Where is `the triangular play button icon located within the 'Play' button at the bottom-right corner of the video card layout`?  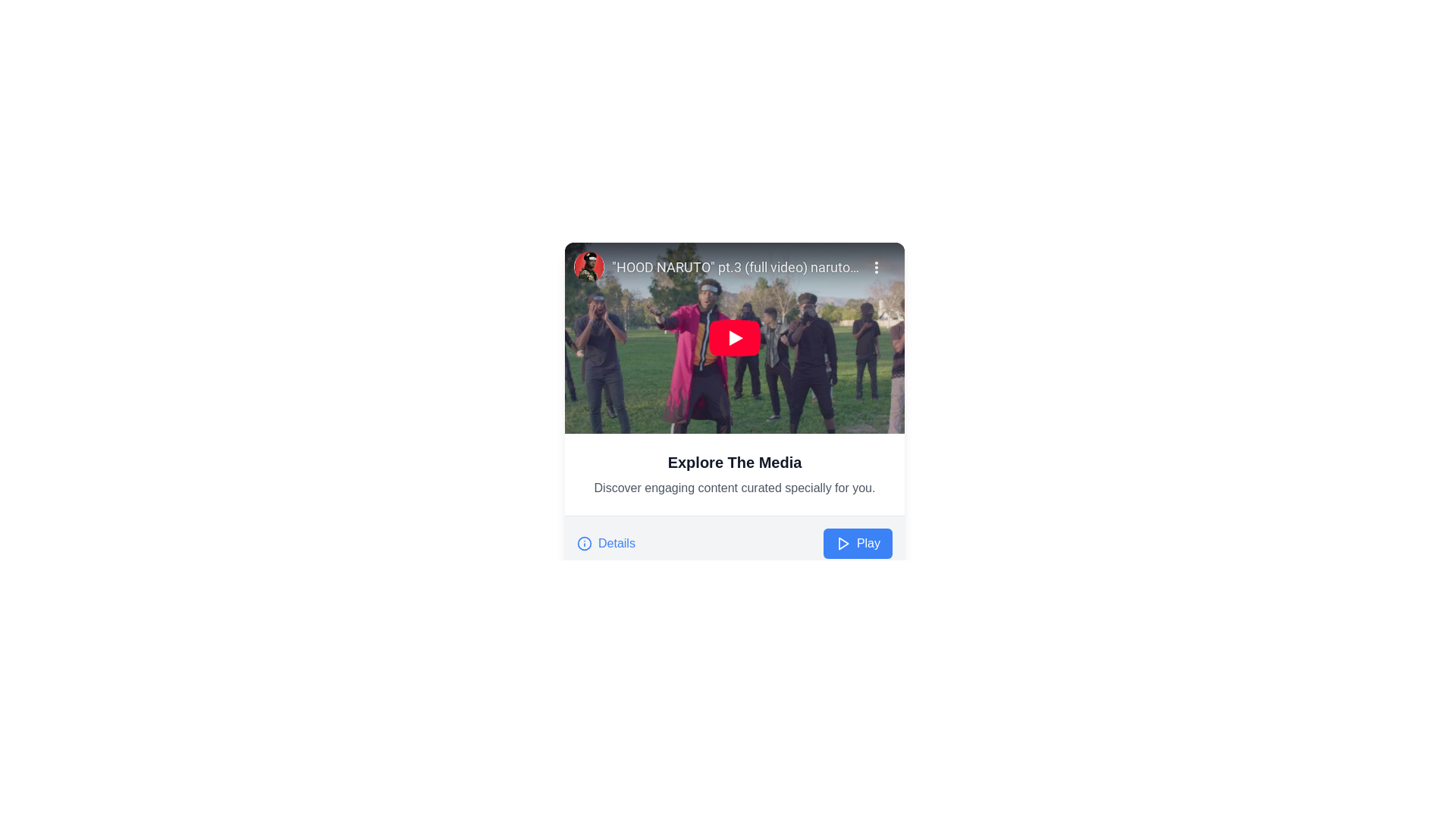
the triangular play button icon located within the 'Play' button at the bottom-right corner of the video card layout is located at coordinates (843, 543).